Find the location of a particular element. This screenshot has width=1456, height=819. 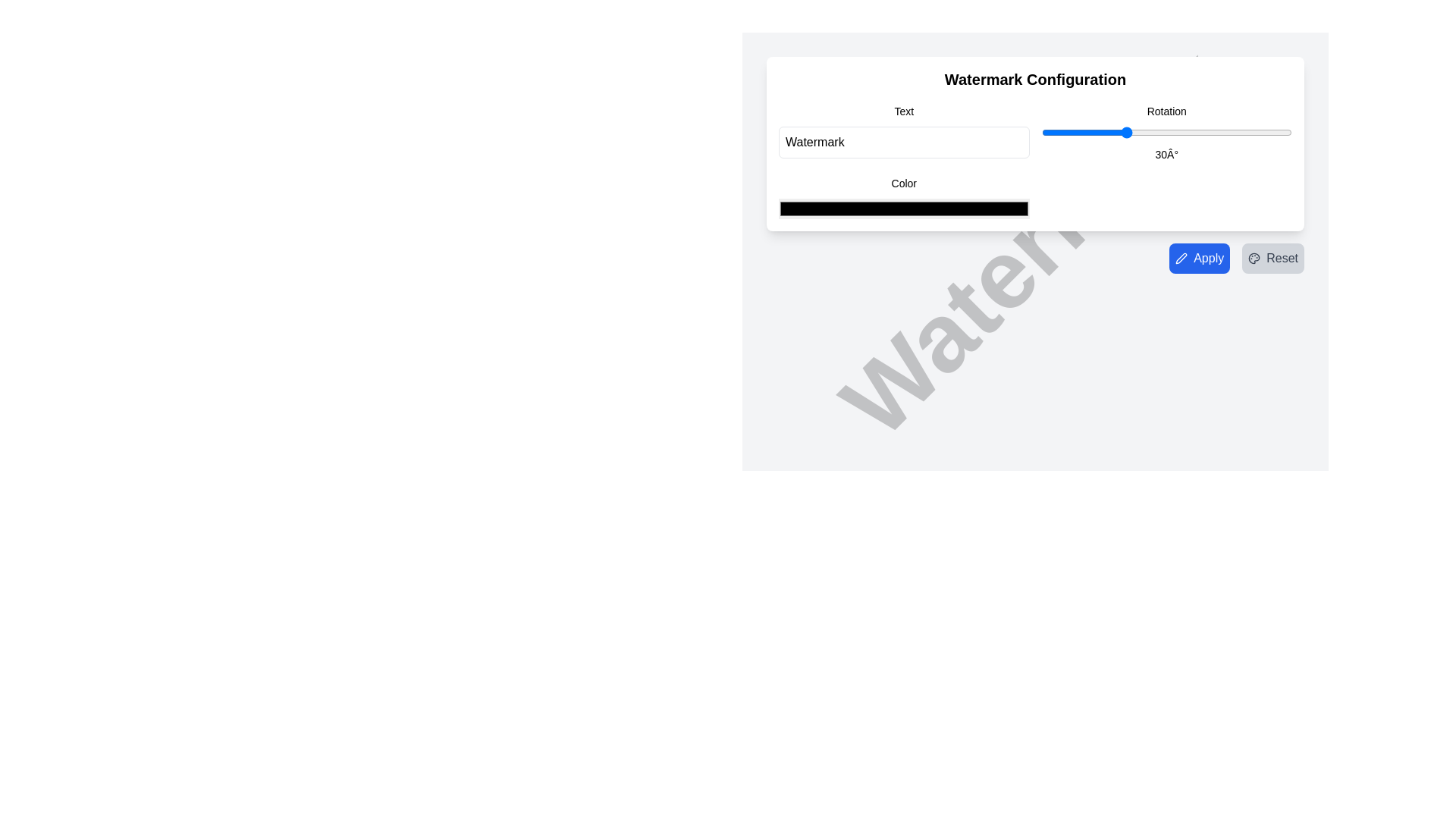

rotation is located at coordinates (1108, 131).